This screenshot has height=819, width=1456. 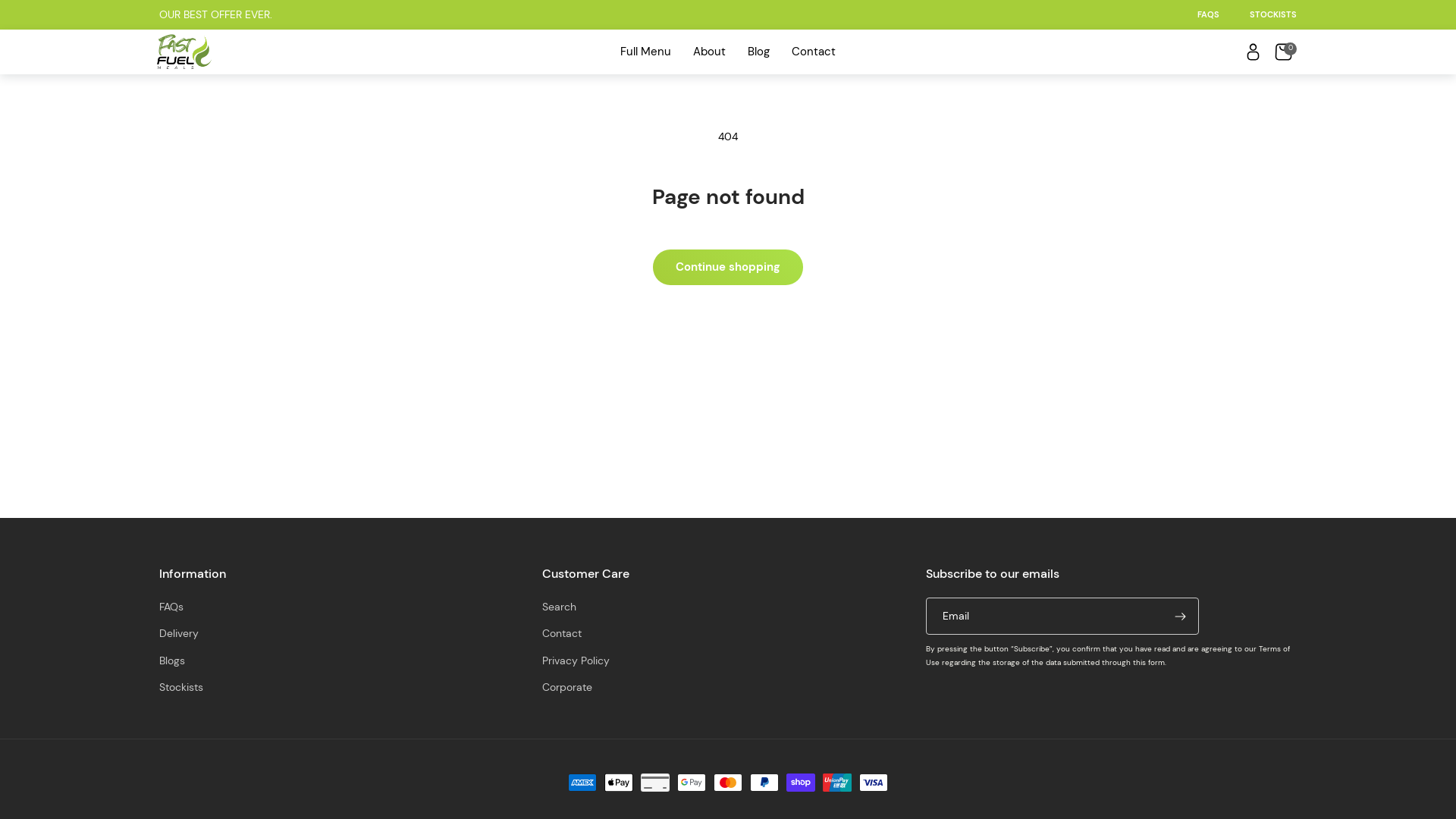 What do you see at coordinates (171, 660) in the screenshot?
I see `'Blogs'` at bounding box center [171, 660].